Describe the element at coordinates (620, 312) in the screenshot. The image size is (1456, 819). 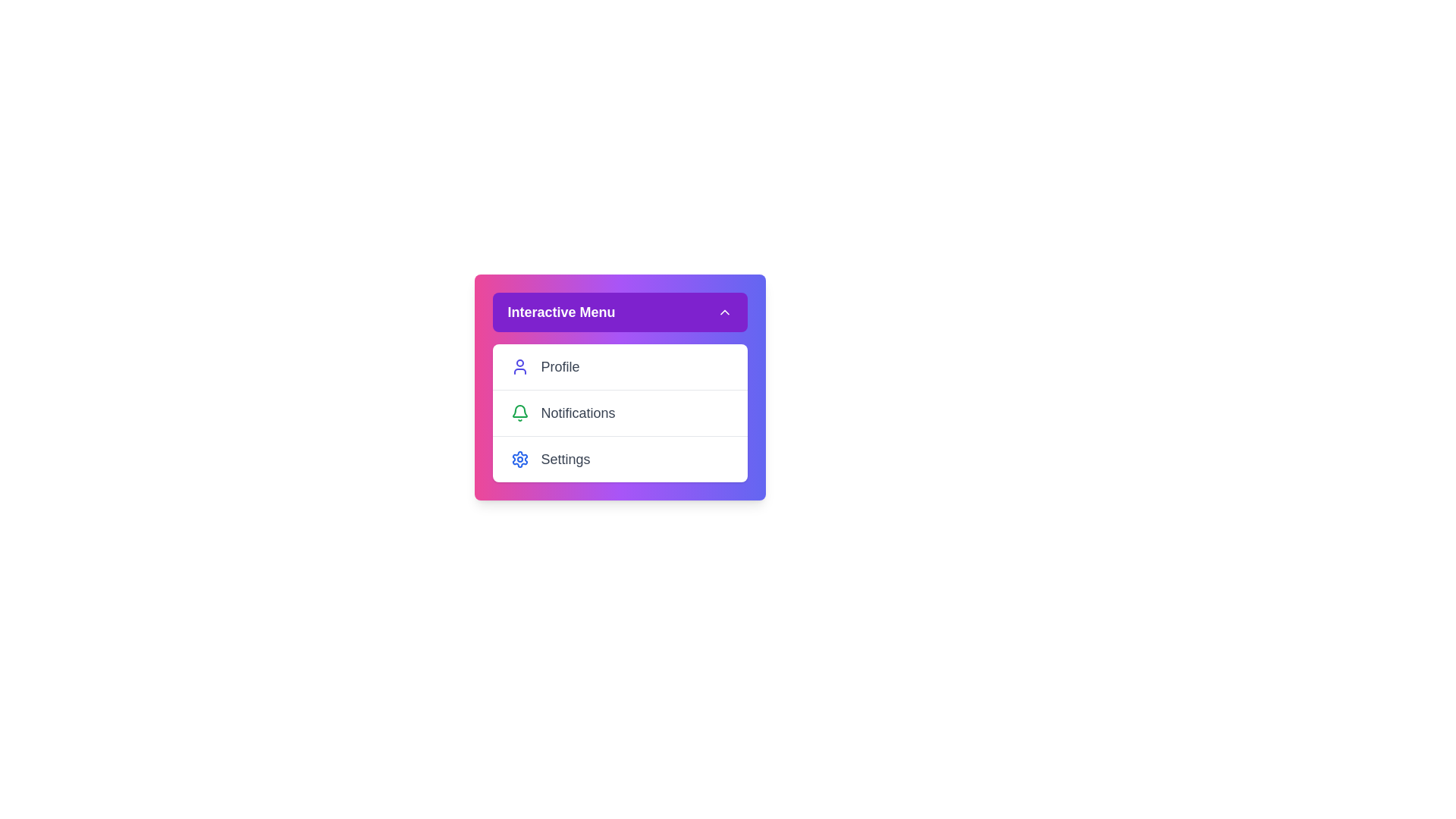
I see `the 'Interactive Menu' button to toggle the menu visibility` at that location.